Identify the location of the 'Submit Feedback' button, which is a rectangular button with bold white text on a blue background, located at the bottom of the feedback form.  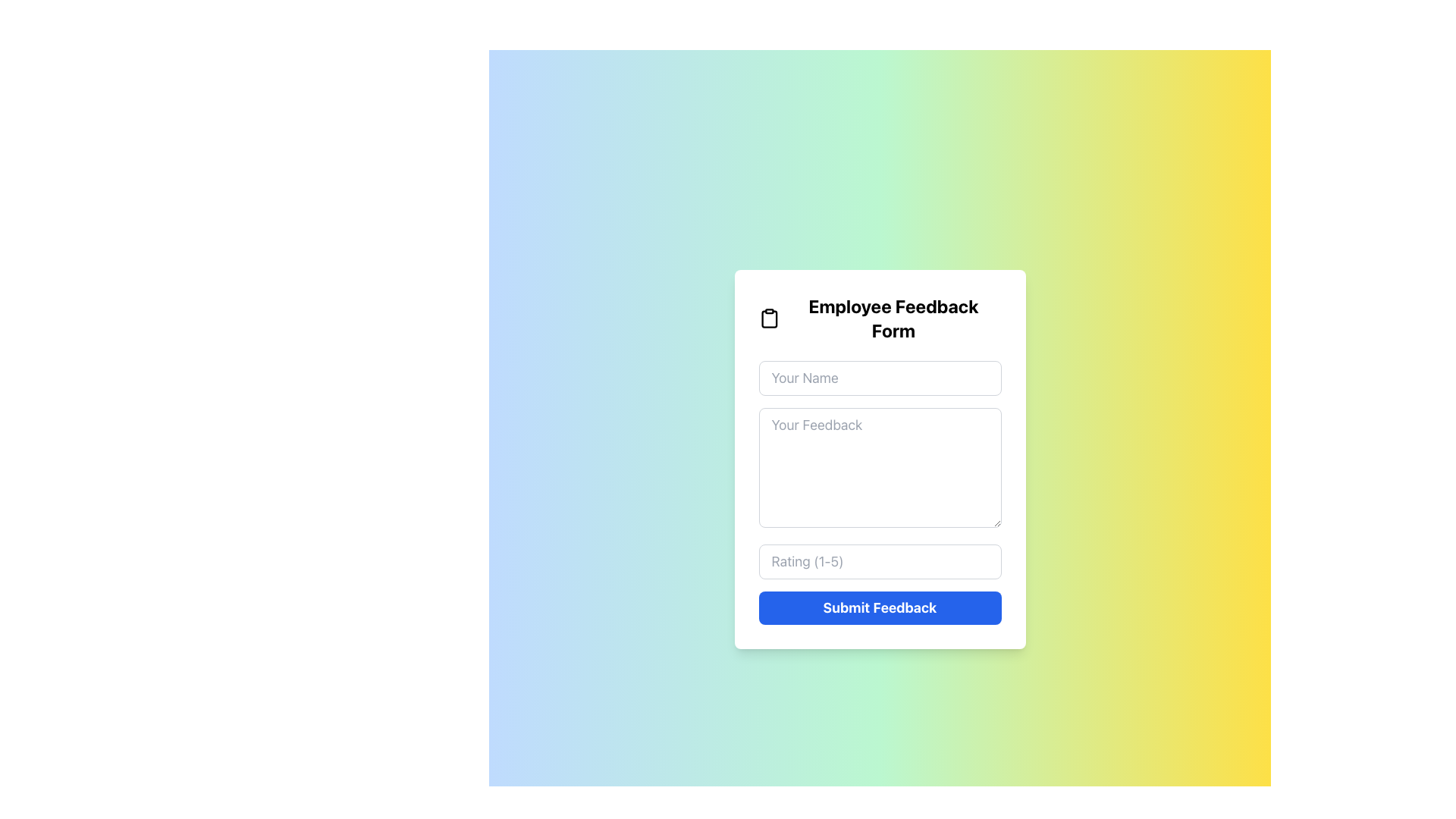
(880, 607).